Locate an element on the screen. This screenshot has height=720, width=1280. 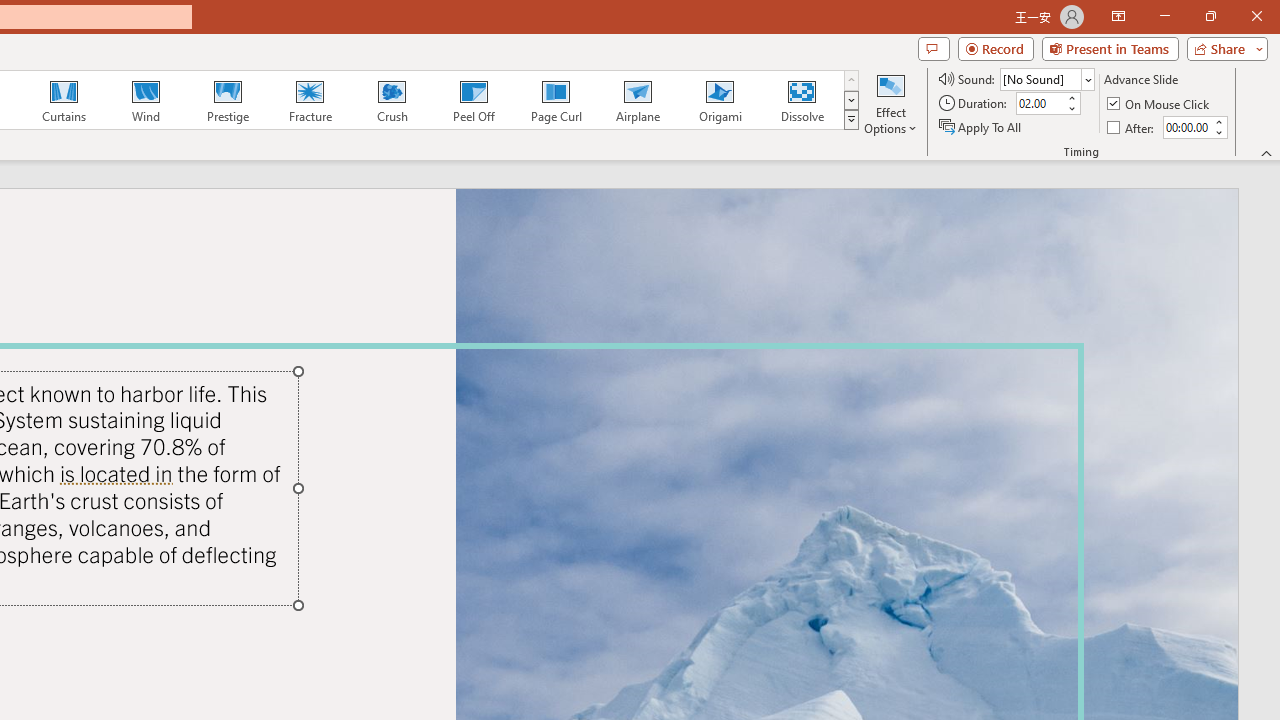
'Duration' is located at coordinates (1040, 103).